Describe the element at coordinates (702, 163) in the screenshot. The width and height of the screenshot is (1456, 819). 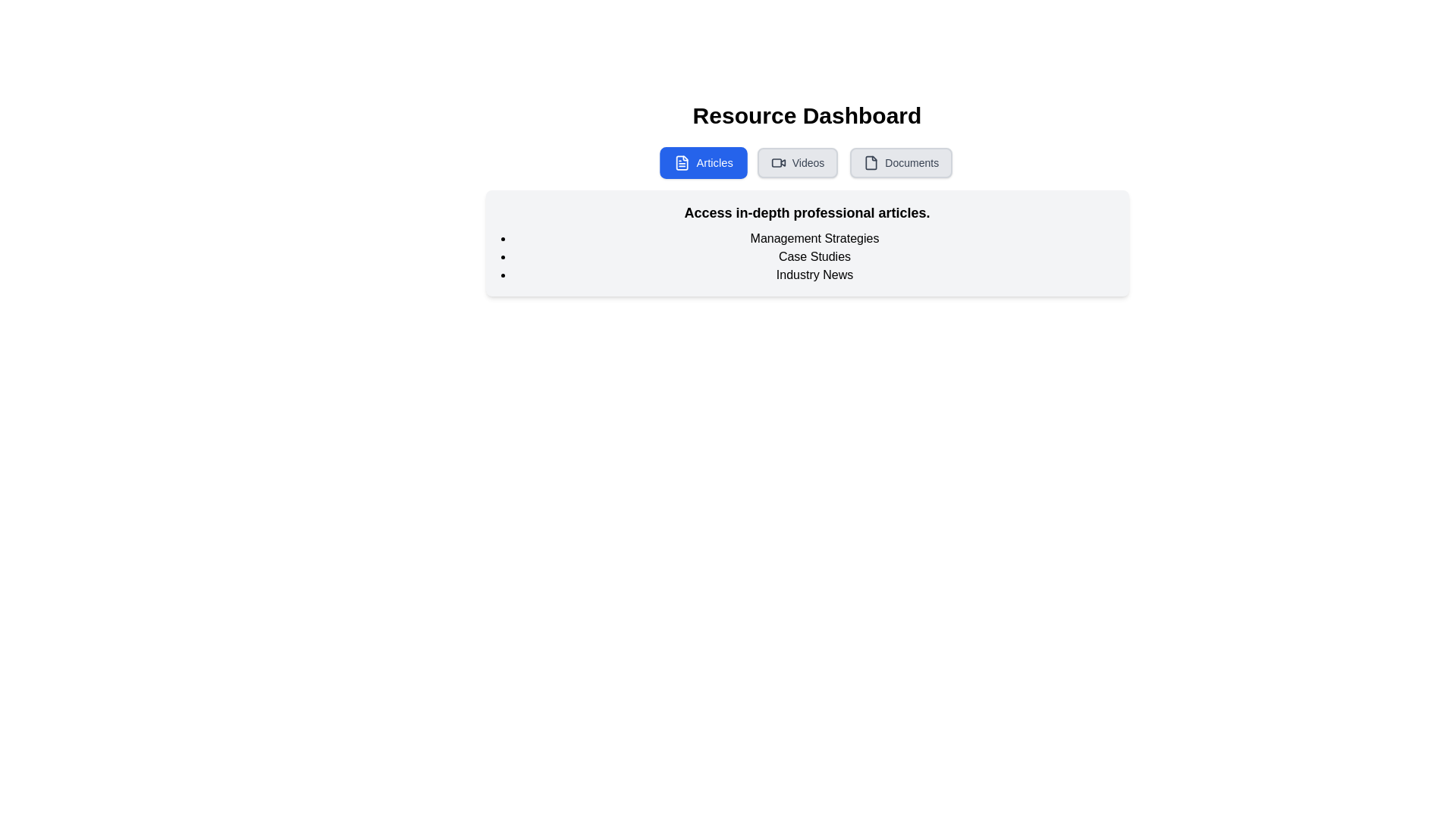
I see `the 'Articles' navigation tab in the Resource Dashboard` at that location.